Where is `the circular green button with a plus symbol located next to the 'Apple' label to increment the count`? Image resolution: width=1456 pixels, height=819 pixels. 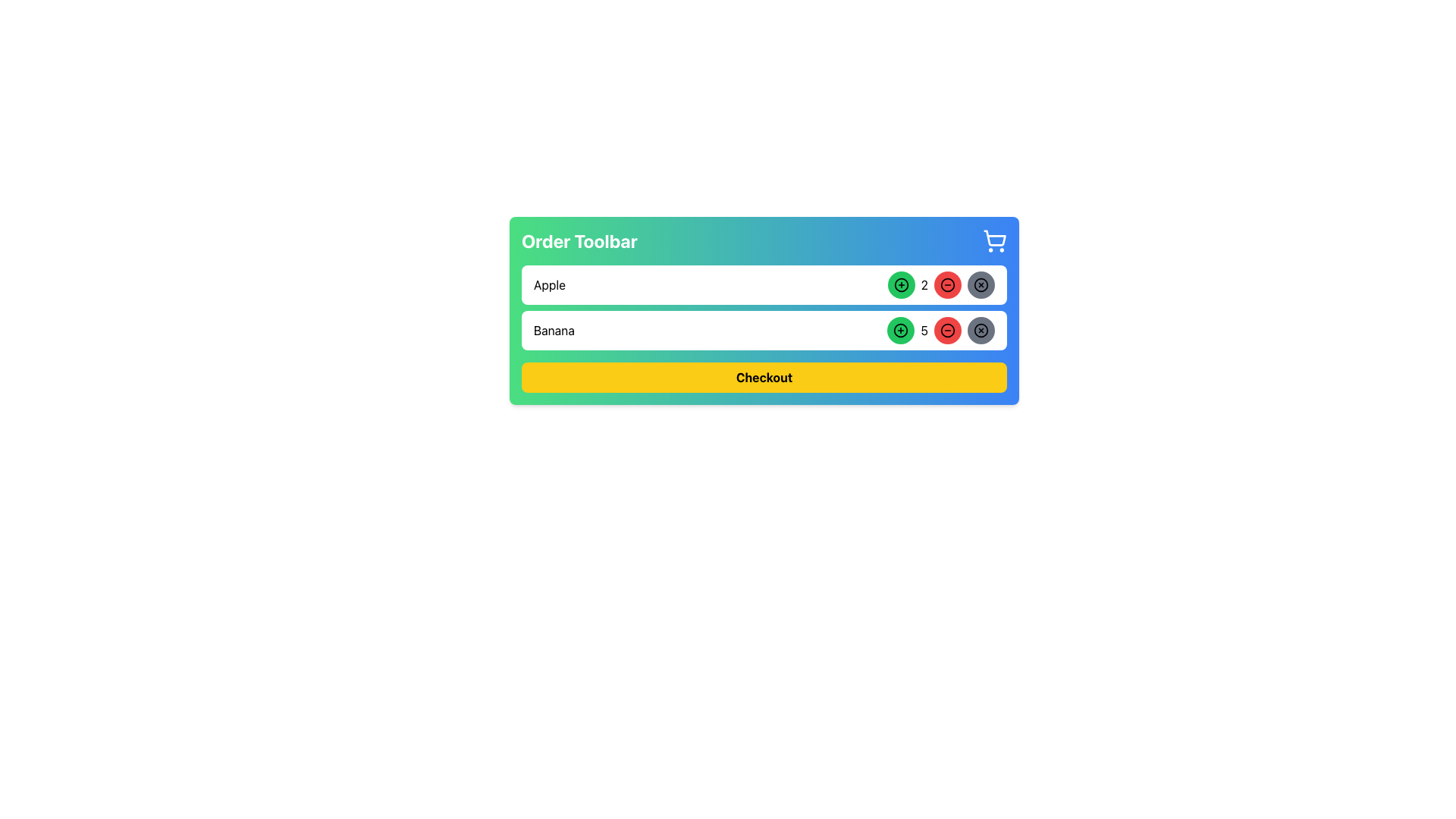 the circular green button with a plus symbol located next to the 'Apple' label to increment the count is located at coordinates (901, 284).